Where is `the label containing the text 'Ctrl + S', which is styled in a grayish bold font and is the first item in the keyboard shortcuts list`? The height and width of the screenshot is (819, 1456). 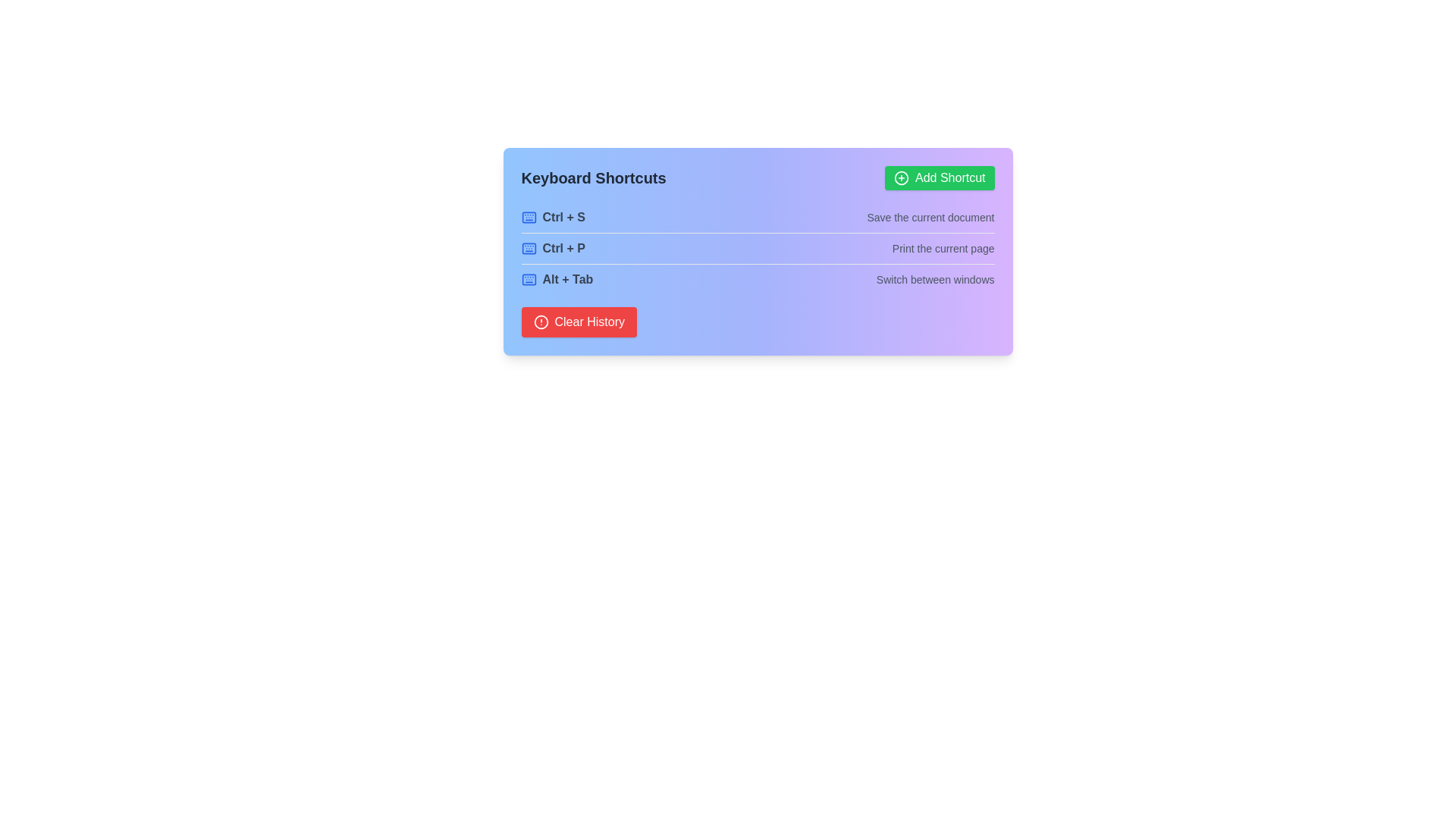 the label containing the text 'Ctrl + S', which is styled in a grayish bold font and is the first item in the keyboard shortcuts list is located at coordinates (563, 217).